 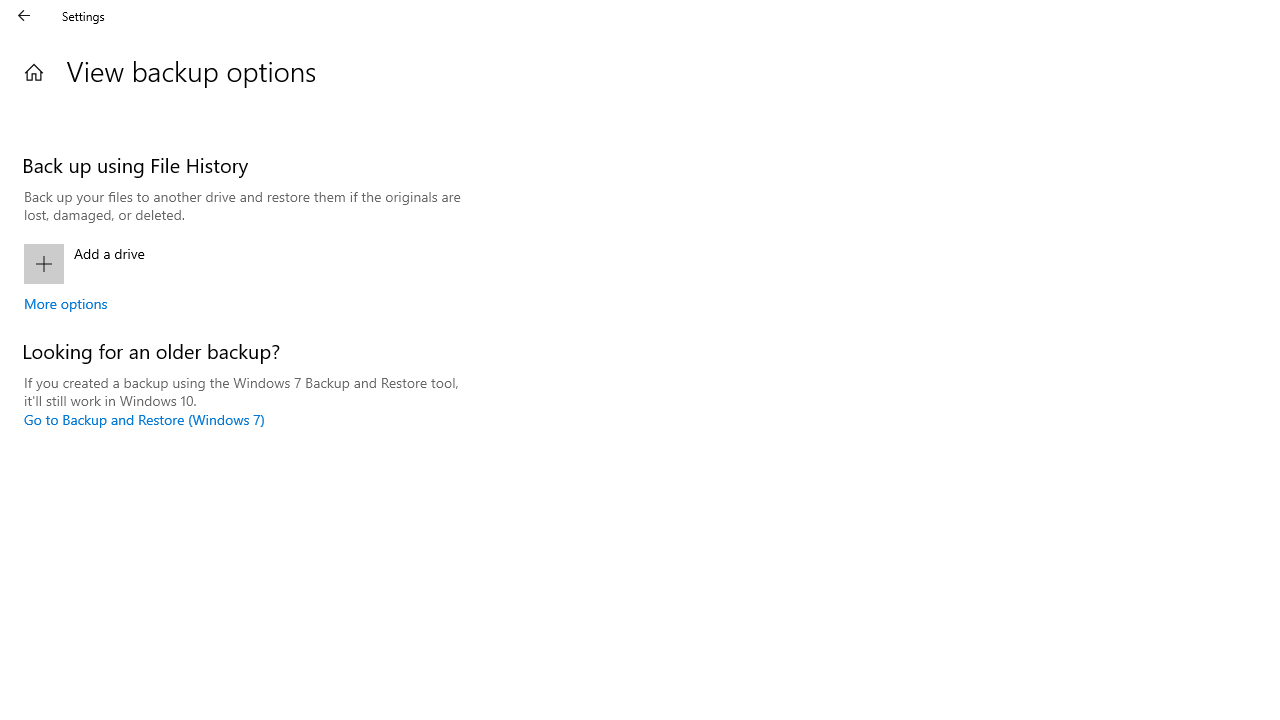 What do you see at coordinates (33, 71) in the screenshot?
I see `'Home'` at bounding box center [33, 71].